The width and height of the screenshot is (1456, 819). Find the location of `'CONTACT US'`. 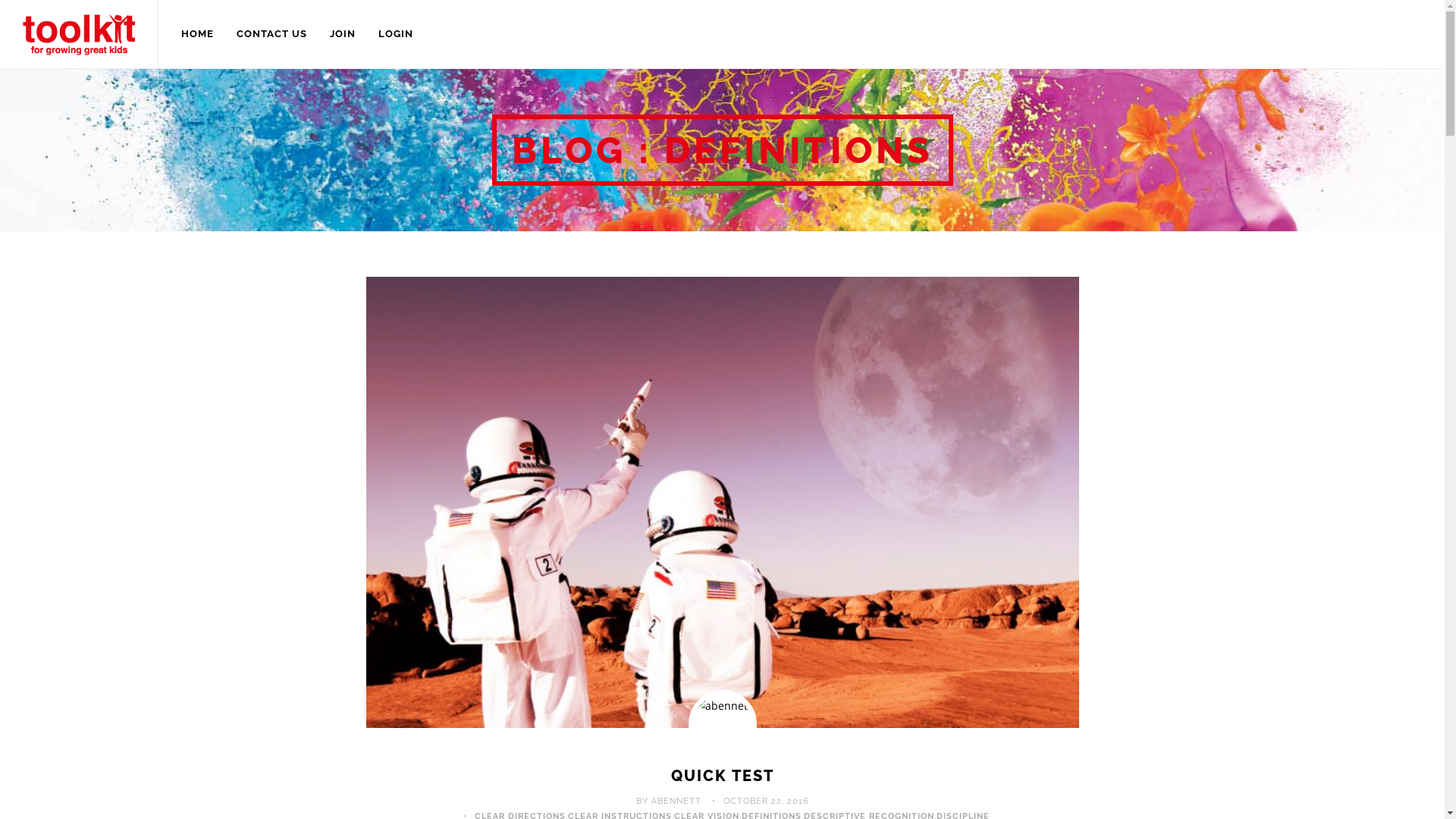

'CONTACT US' is located at coordinates (271, 34).